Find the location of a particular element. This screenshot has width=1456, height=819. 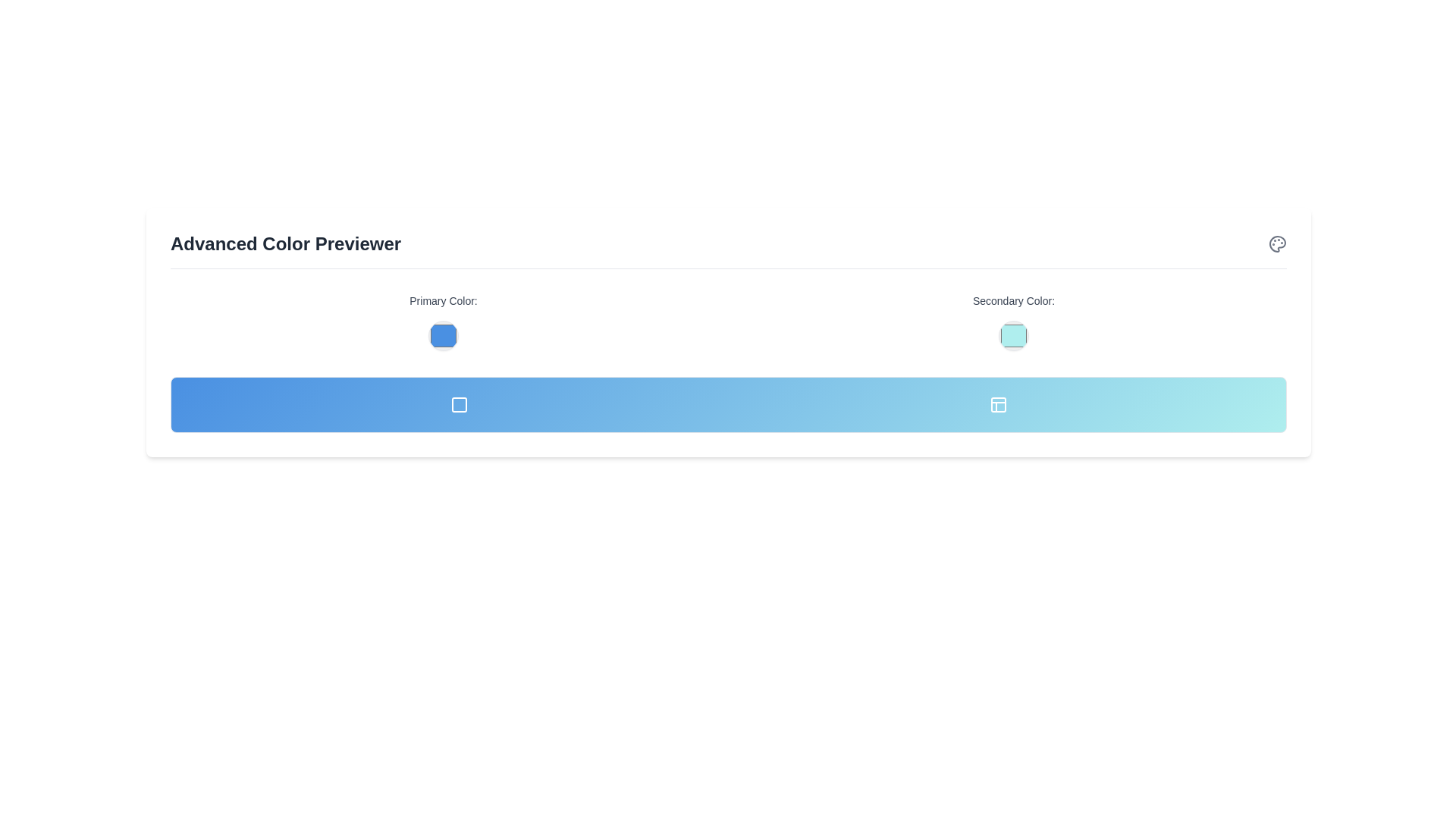

the second icon from the right, which is styled in white on a gradient blue background is located at coordinates (998, 403).